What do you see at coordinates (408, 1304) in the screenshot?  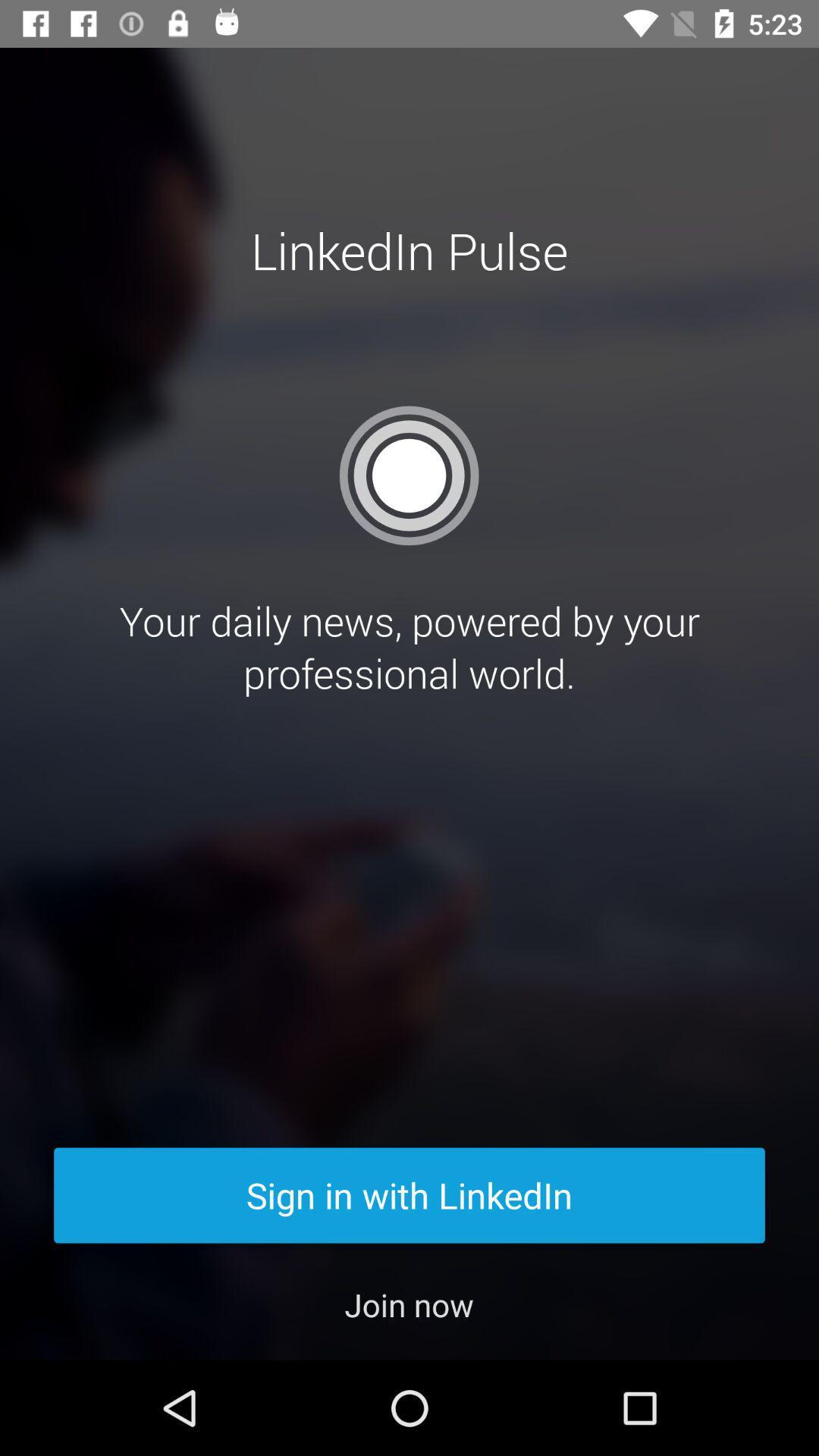 I see `item below the sign in with icon` at bounding box center [408, 1304].